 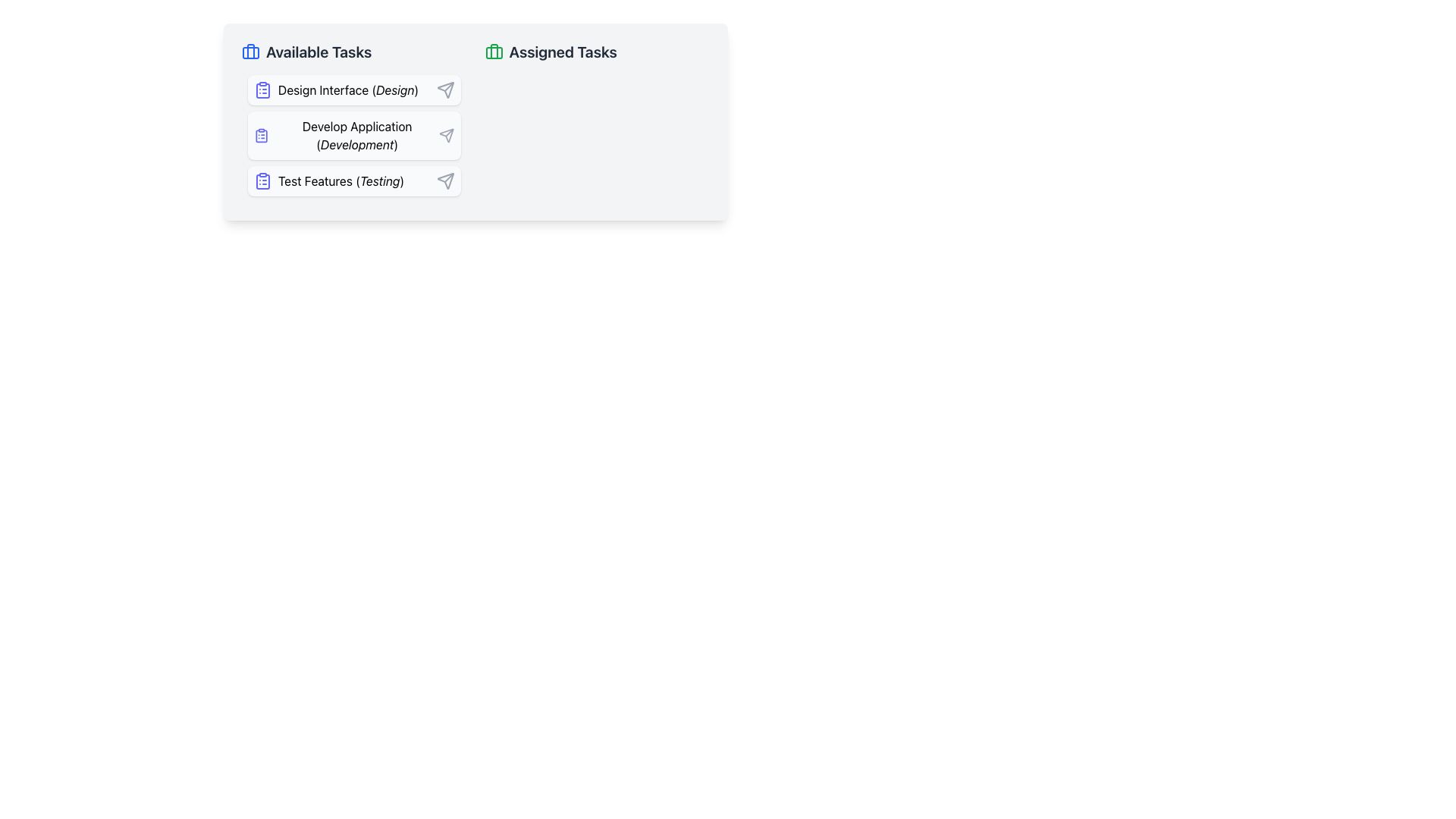 What do you see at coordinates (262, 134) in the screenshot?
I see `the clipboard icon representing tasks located under the 'Available Tasks' section, positioned to the left of 'Develop Application (Development)'` at bounding box center [262, 134].